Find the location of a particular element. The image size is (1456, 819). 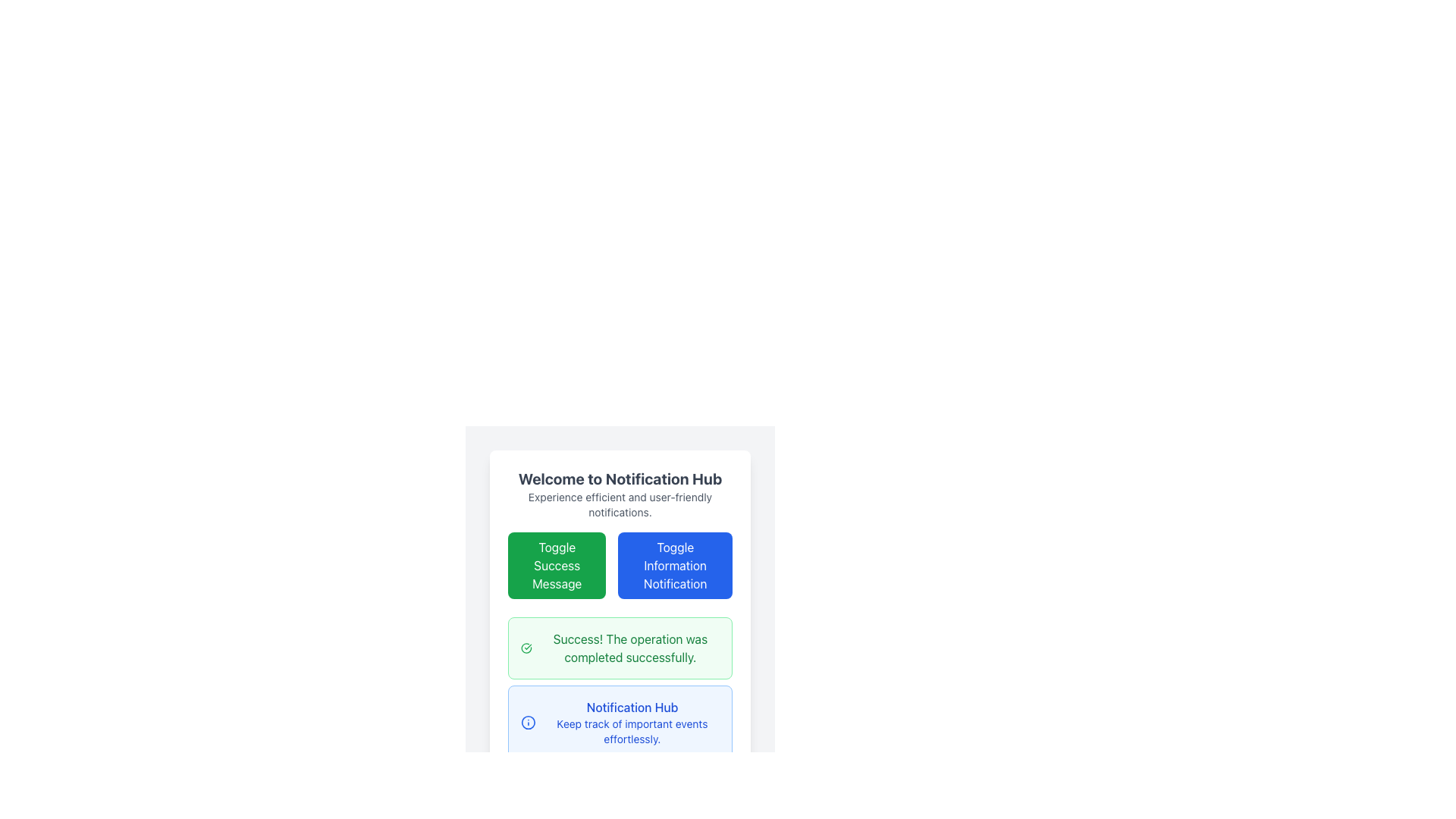

the static Text Label that serves as a title or header, located at the top of a section with the descriptive text 'Keep track of important events effortlessly.' is located at coordinates (632, 708).